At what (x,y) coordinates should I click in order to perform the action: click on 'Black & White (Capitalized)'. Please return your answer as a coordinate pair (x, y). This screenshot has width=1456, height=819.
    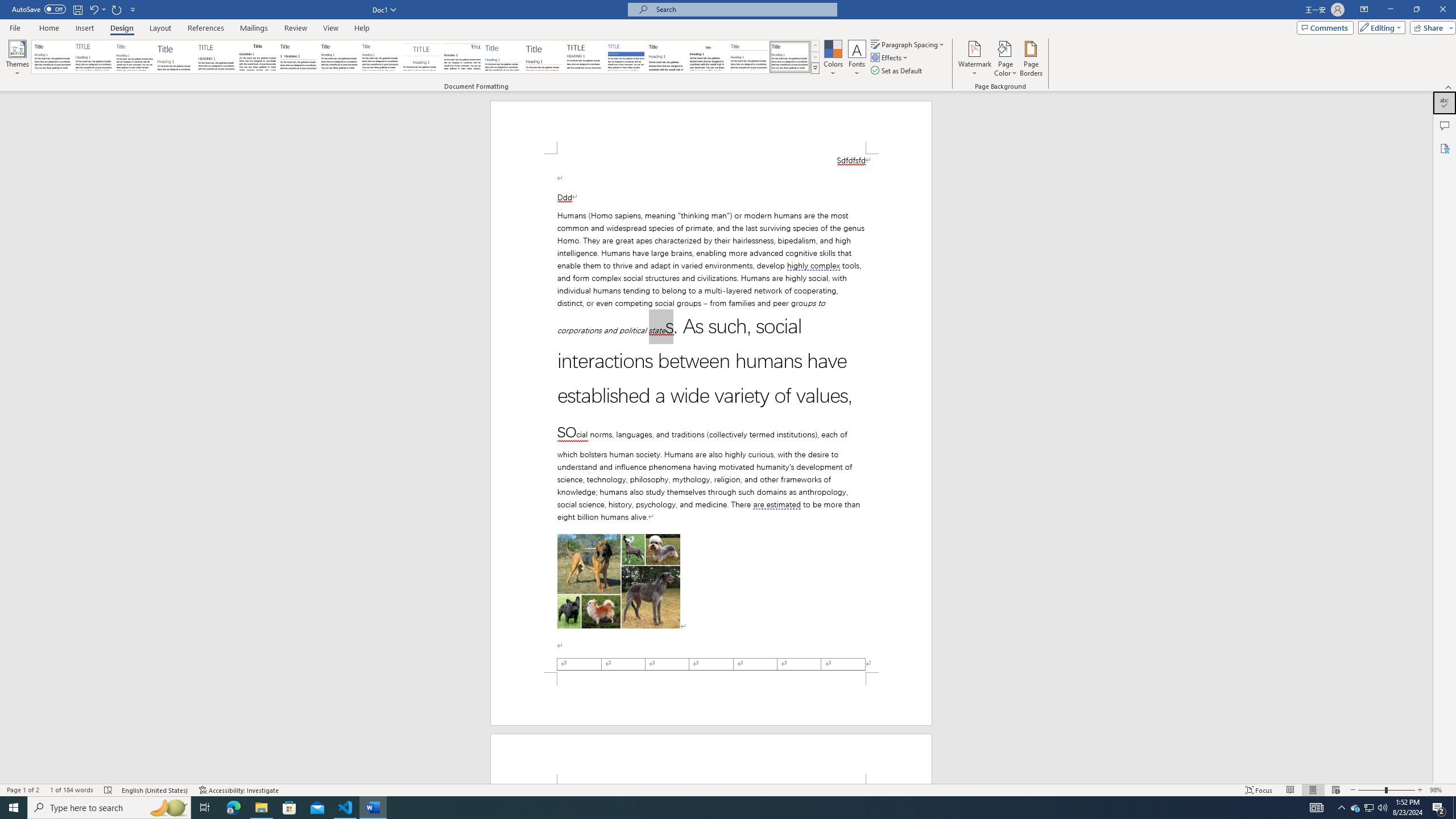
    Looking at the image, I should click on (216, 56).